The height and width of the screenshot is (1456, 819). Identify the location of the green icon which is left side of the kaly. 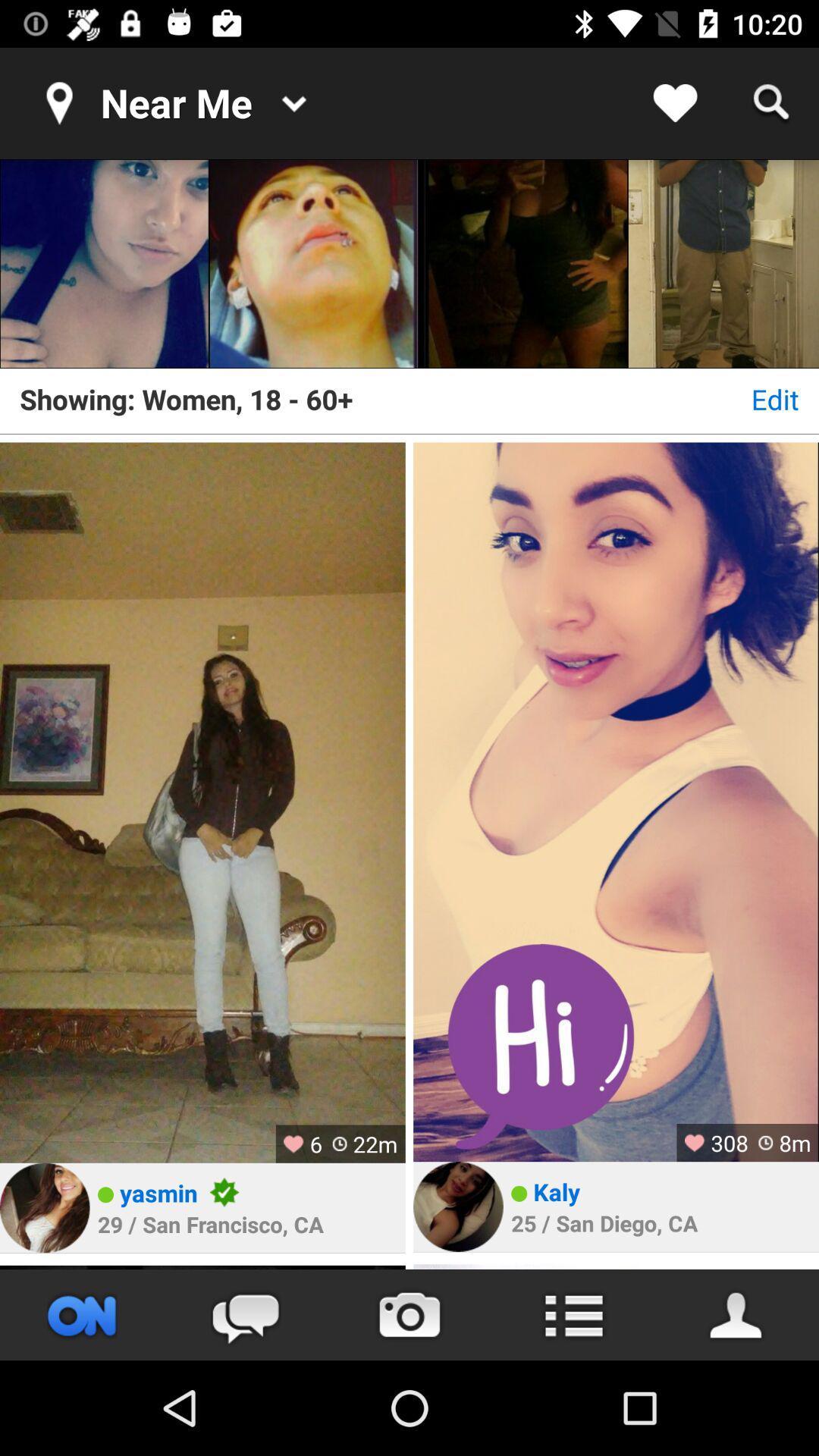
(518, 1193).